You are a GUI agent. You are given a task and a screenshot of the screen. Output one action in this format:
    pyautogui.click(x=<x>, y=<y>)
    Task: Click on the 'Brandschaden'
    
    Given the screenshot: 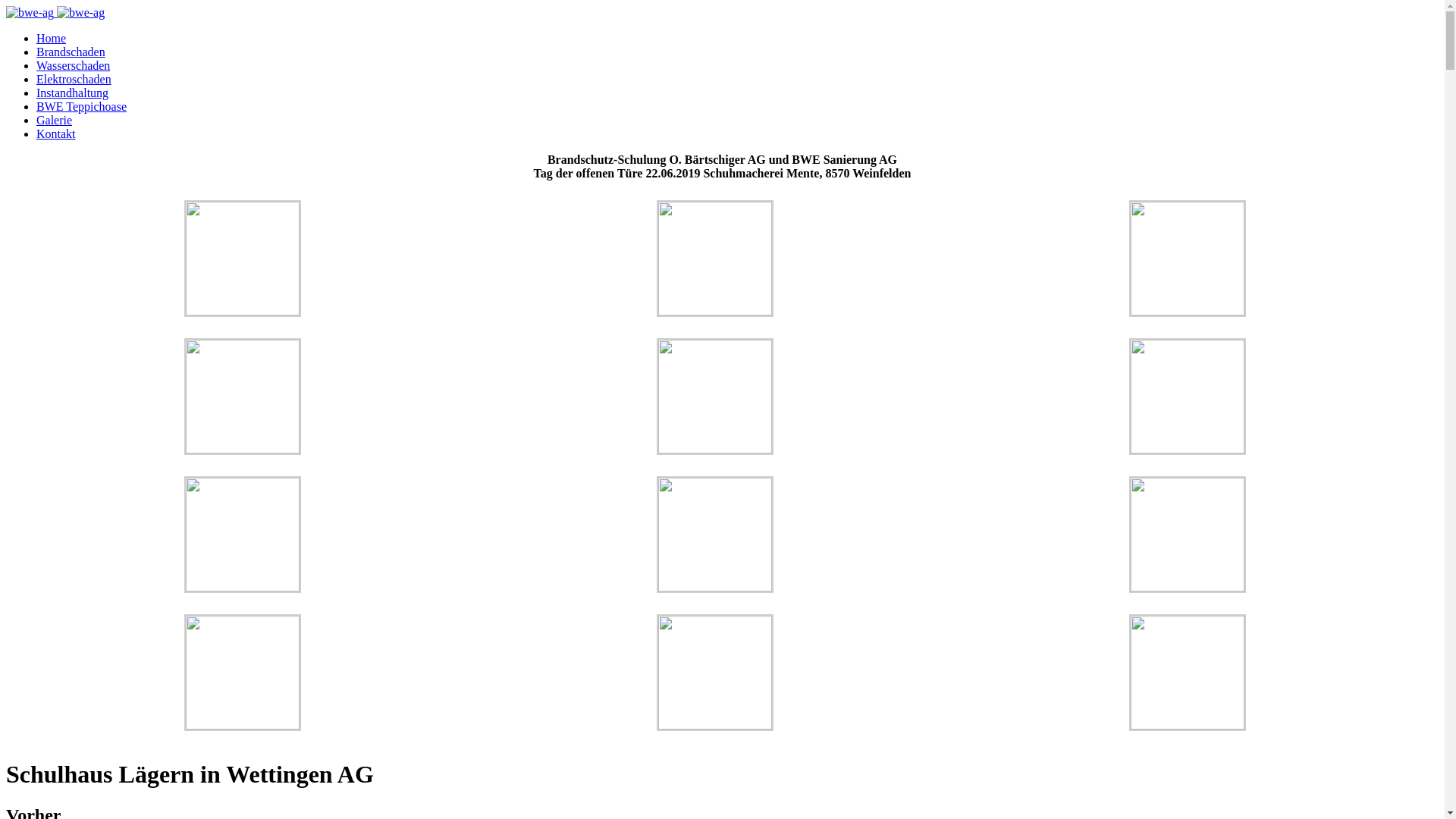 What is the action you would take?
    pyautogui.click(x=70, y=51)
    